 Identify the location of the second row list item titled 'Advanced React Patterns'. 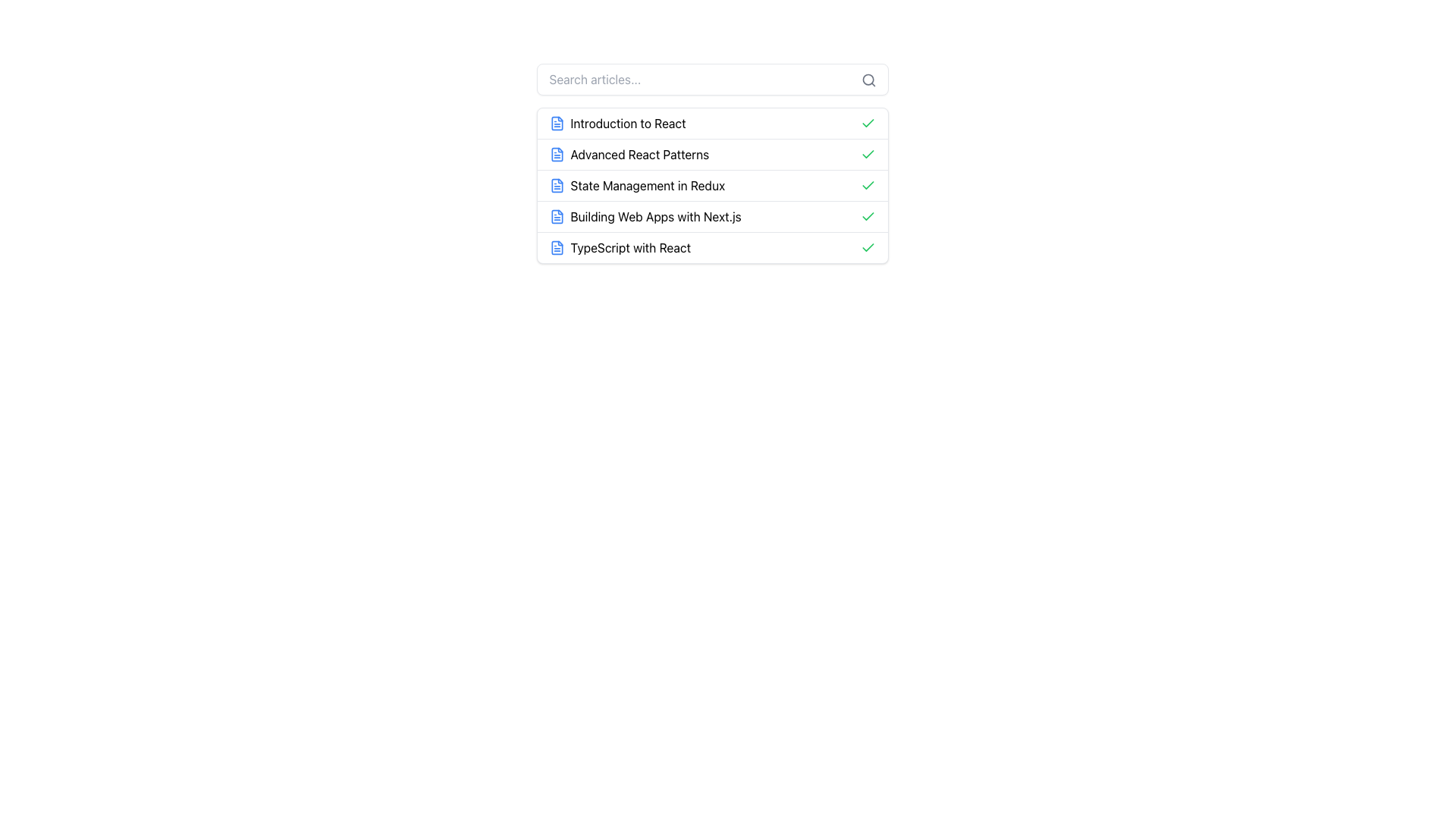
(629, 155).